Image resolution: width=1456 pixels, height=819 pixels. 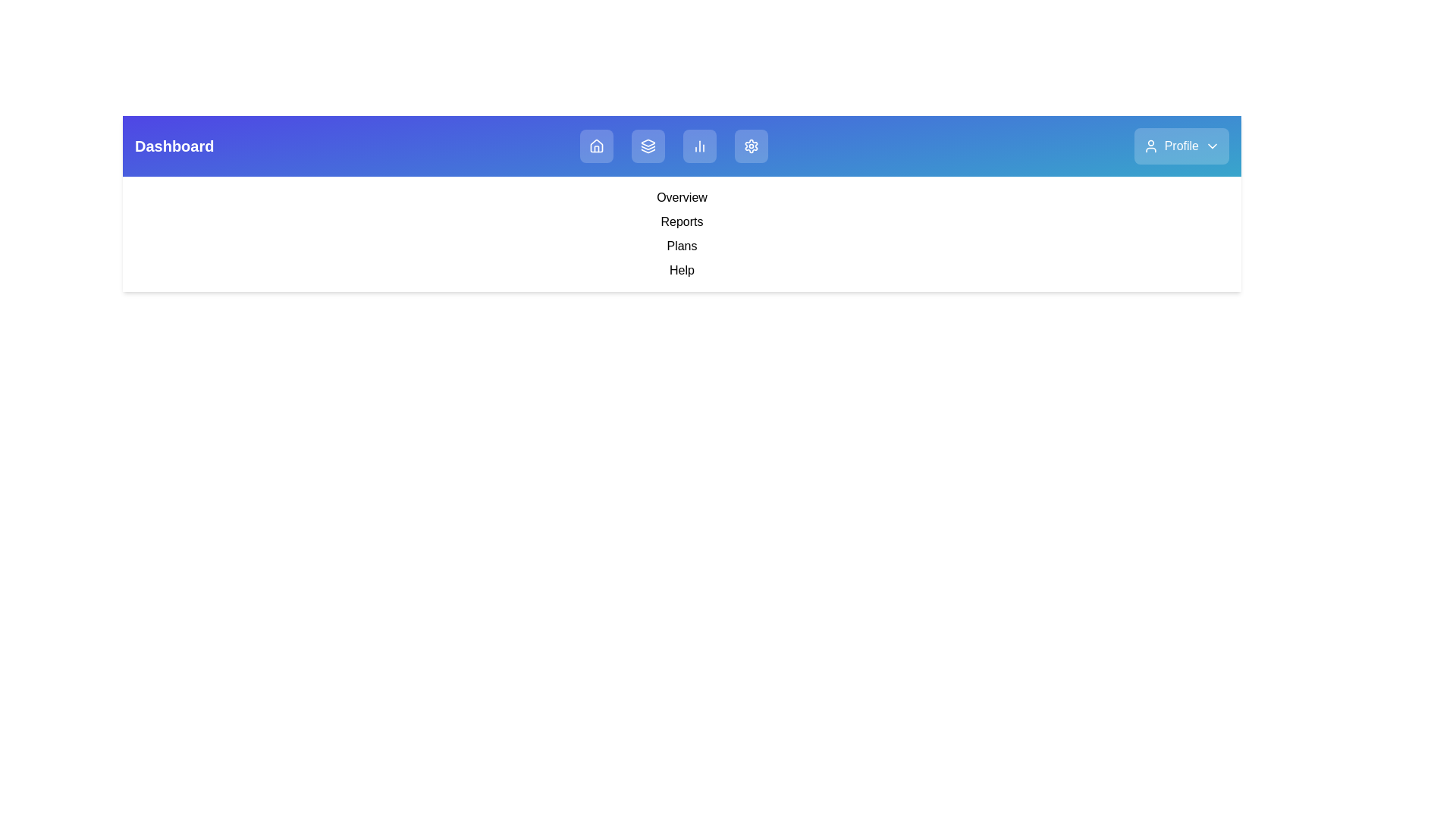 What do you see at coordinates (648, 146) in the screenshot?
I see `the Layers navigation button` at bounding box center [648, 146].